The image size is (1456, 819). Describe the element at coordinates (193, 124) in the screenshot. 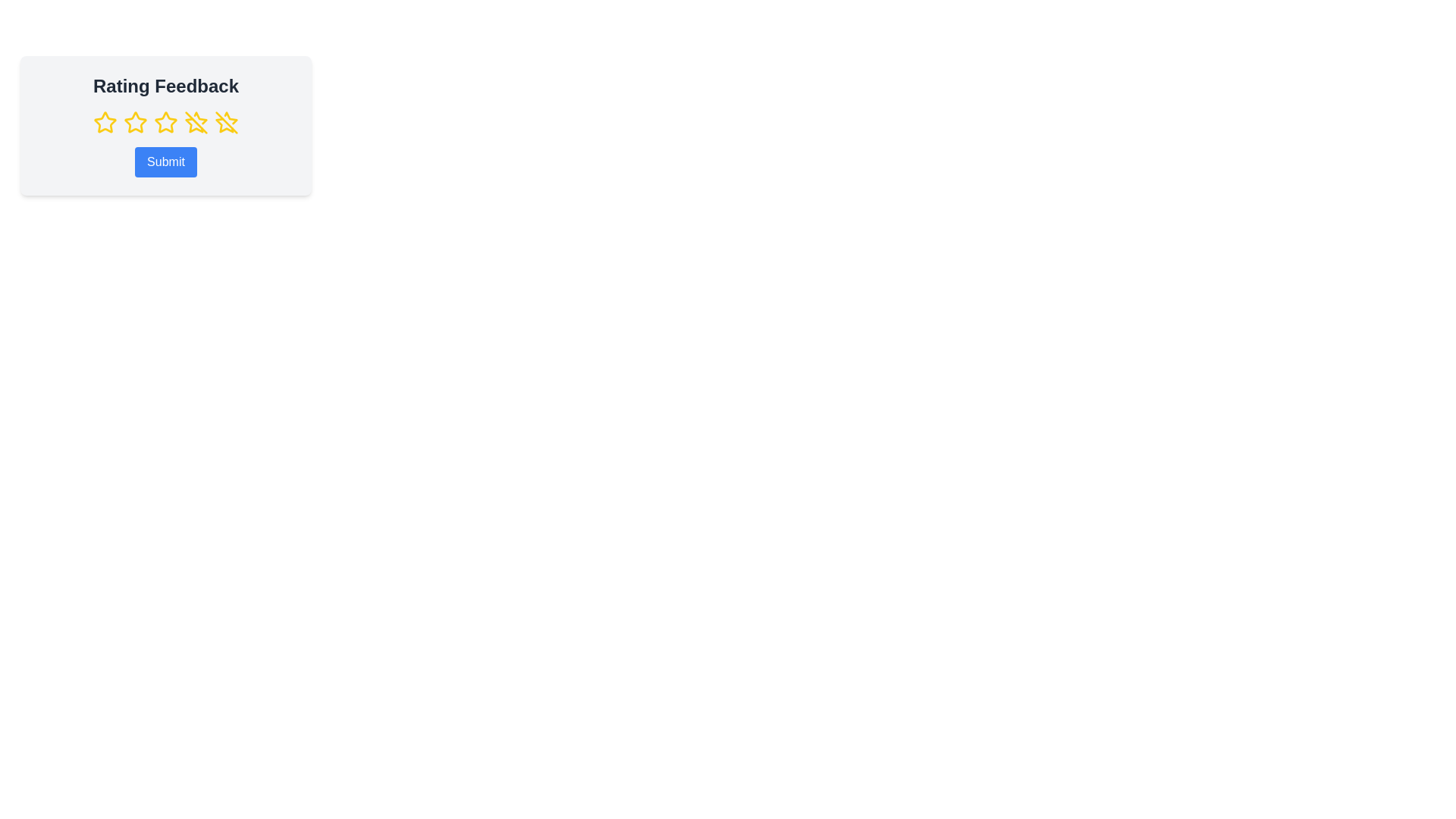

I see `the third star icon in the rating system` at that location.